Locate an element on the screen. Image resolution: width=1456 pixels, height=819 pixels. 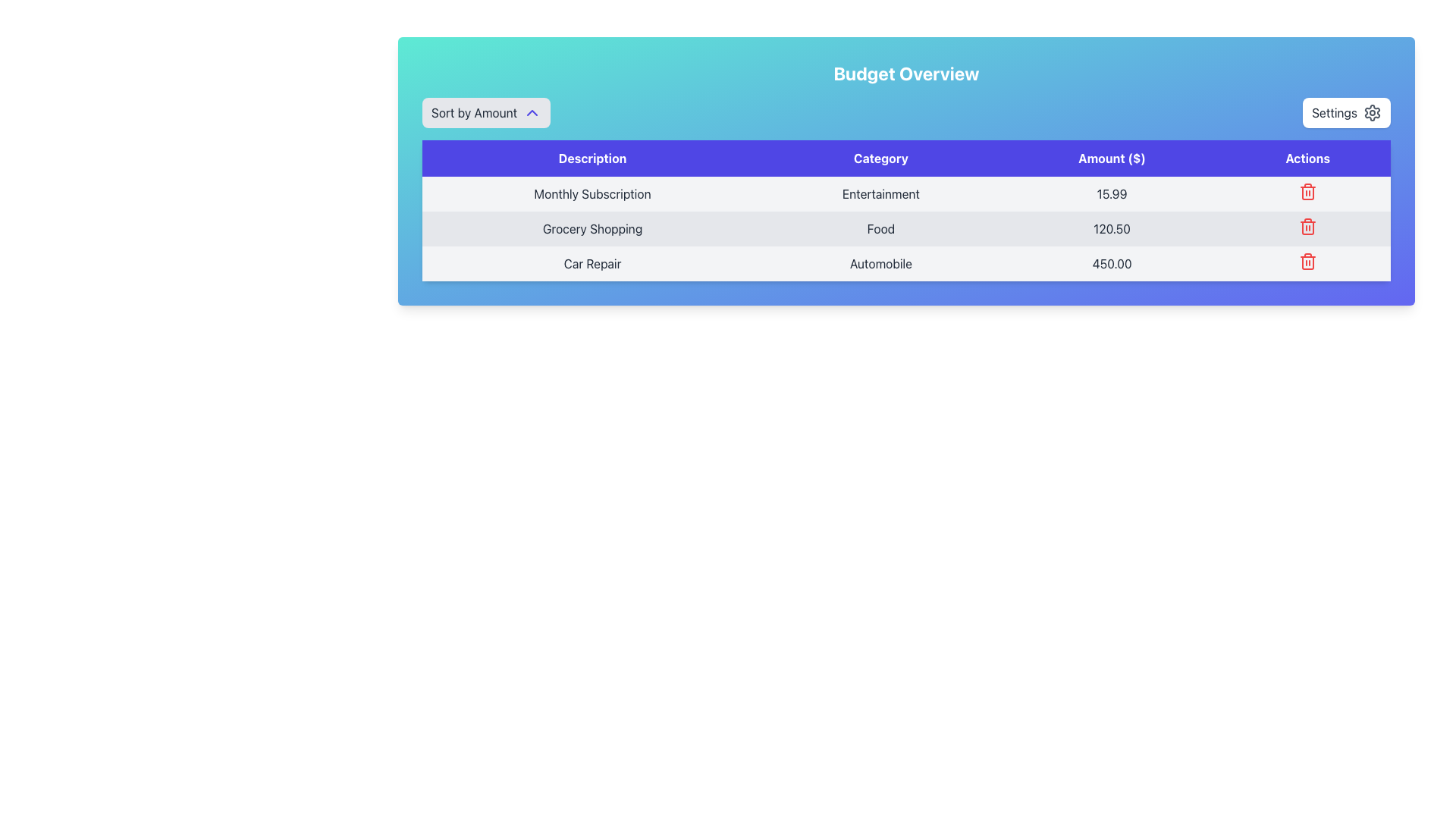
the text label displaying 'Automobile' in dark gray within the 'Budget Overview' table, specifically located in the 'Category' column for the row labeled 'Car Repair' is located at coordinates (880, 262).